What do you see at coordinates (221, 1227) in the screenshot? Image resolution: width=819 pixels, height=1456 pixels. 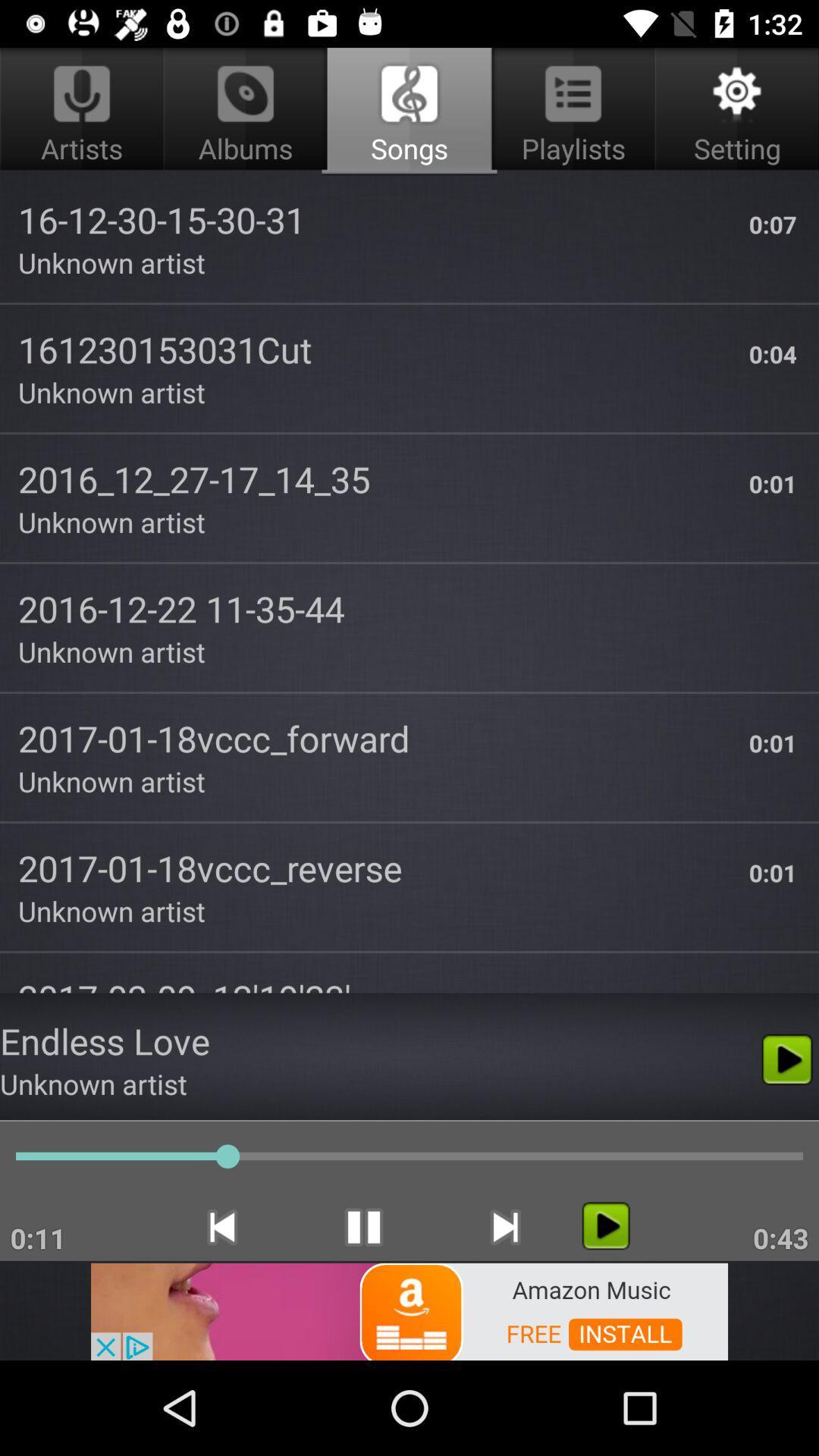 I see `the skip_previous icon` at bounding box center [221, 1227].